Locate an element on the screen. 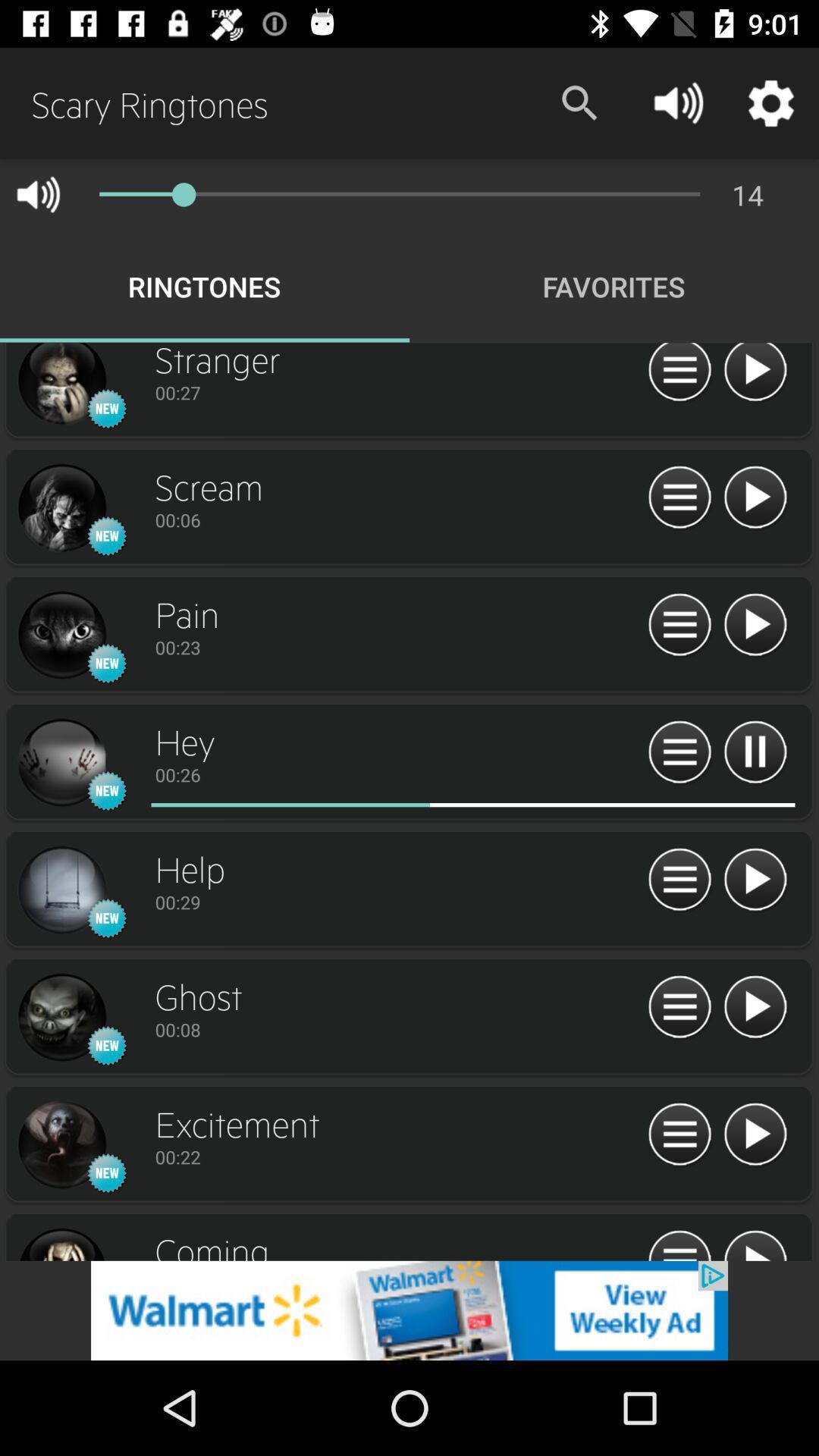 The width and height of the screenshot is (819, 1456). play button is located at coordinates (755, 1135).